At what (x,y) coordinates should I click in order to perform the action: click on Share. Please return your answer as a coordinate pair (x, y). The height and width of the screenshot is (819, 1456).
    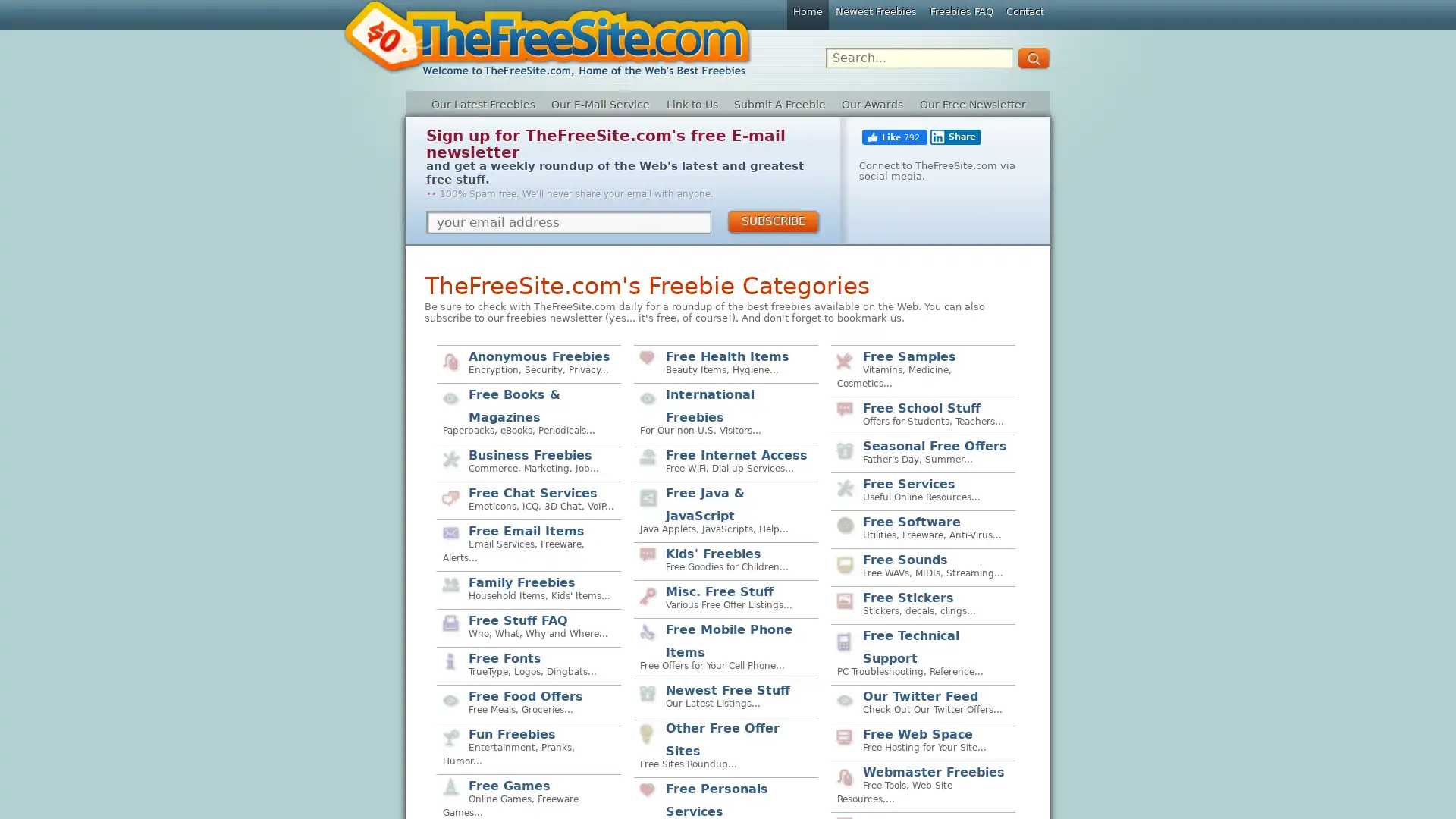
    Looking at the image, I should click on (1012, 137).